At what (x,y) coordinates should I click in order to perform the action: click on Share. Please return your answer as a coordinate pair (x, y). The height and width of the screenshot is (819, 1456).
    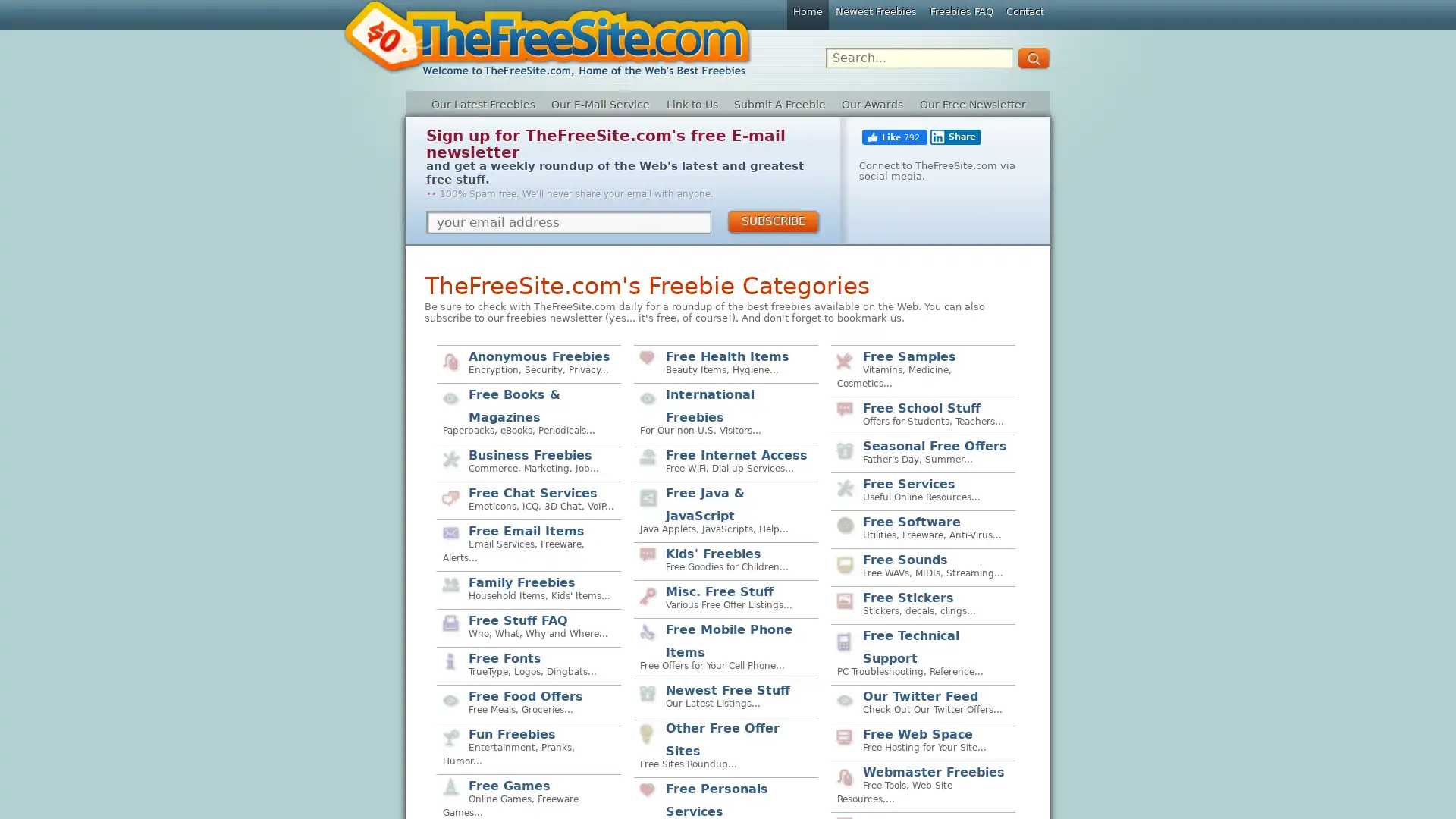
    Looking at the image, I should click on (1012, 137).